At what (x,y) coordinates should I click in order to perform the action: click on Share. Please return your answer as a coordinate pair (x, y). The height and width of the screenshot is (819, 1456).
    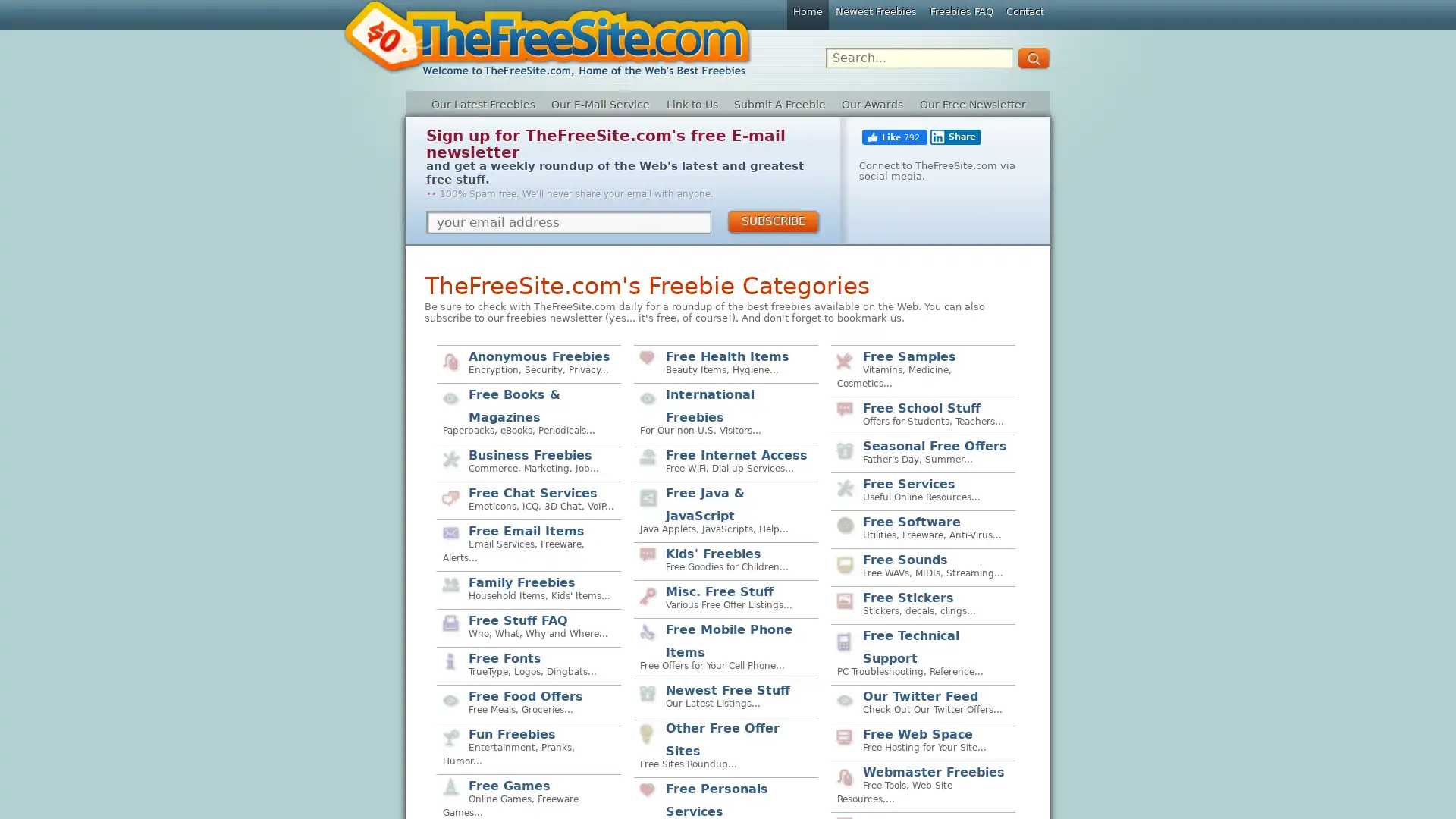
    Looking at the image, I should click on (1012, 137).